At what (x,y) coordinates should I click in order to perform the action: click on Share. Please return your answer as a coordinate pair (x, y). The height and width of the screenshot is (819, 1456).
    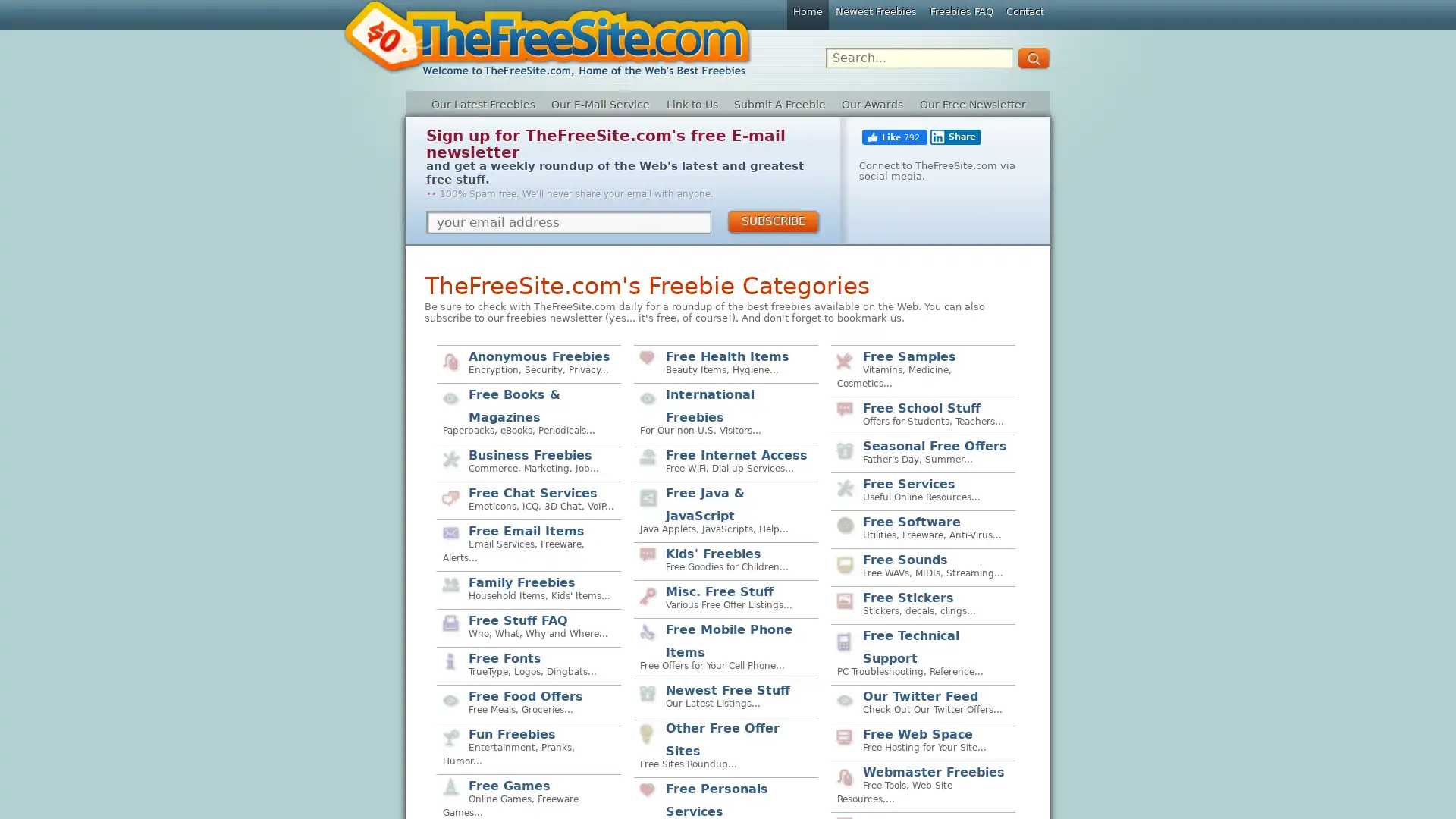
    Looking at the image, I should click on (1012, 137).